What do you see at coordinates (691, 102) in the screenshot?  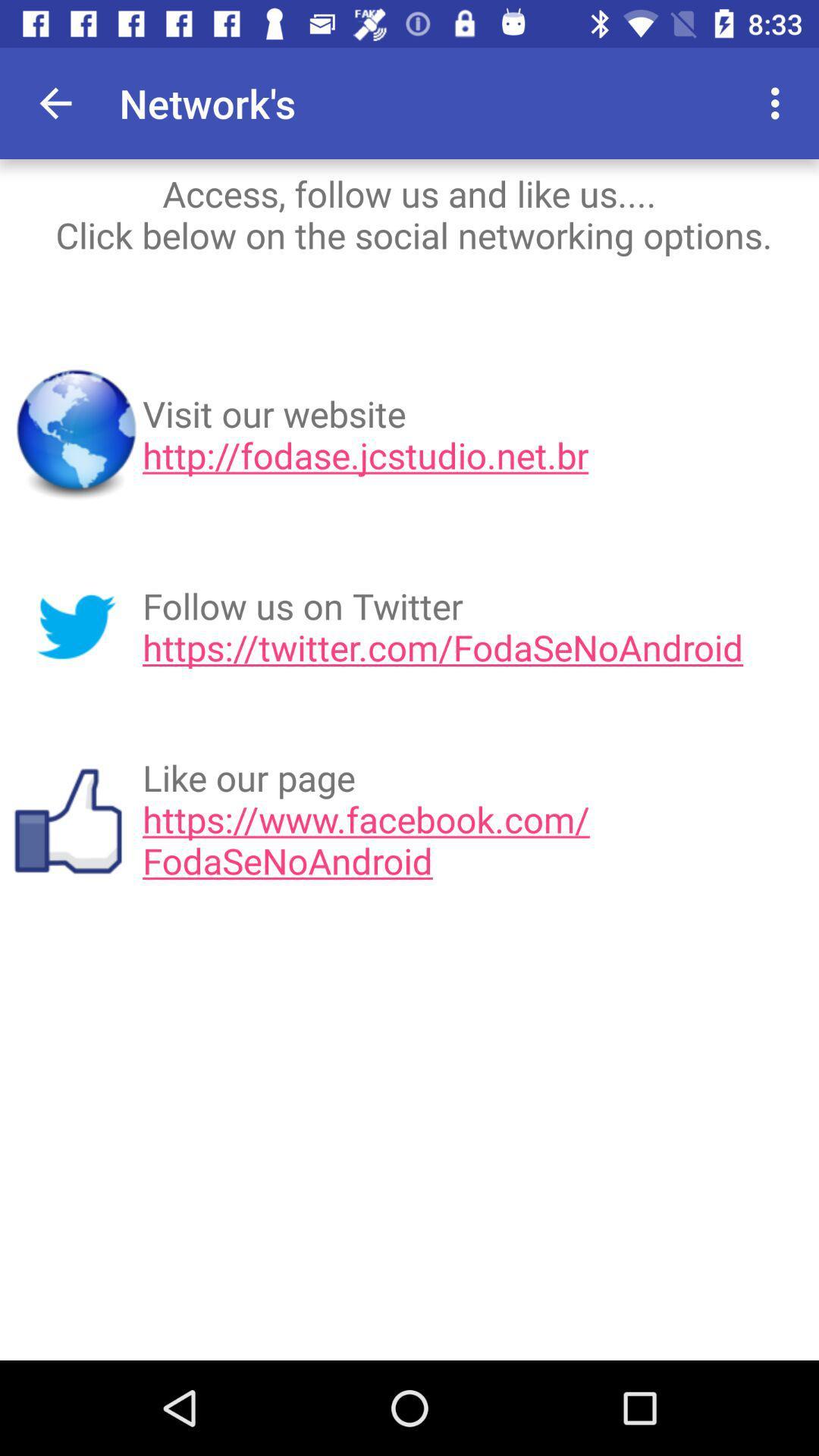 I see `icon above access follow us item` at bounding box center [691, 102].